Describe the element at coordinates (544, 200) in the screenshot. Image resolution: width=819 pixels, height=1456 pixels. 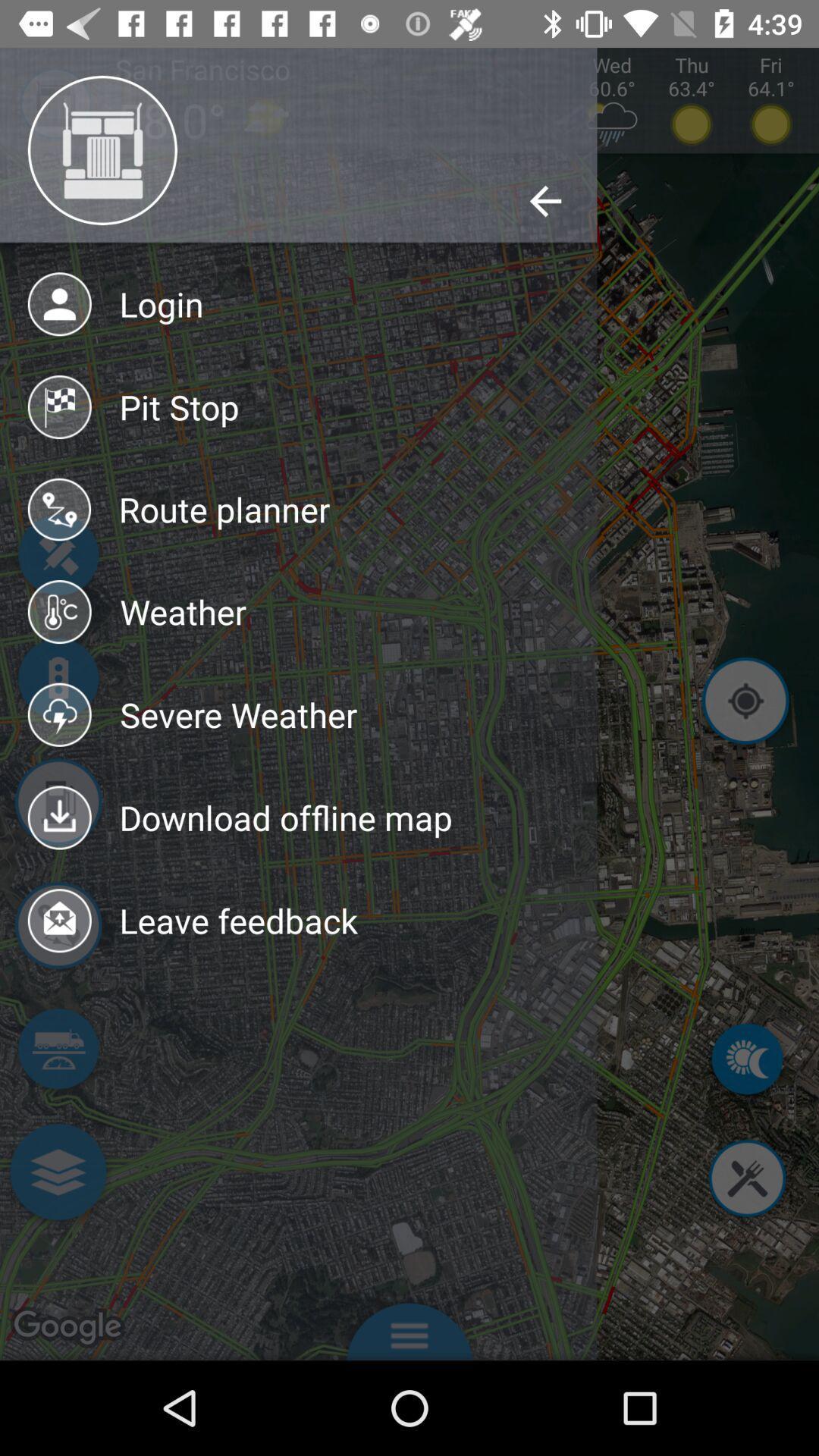
I see `the back arrow` at that location.